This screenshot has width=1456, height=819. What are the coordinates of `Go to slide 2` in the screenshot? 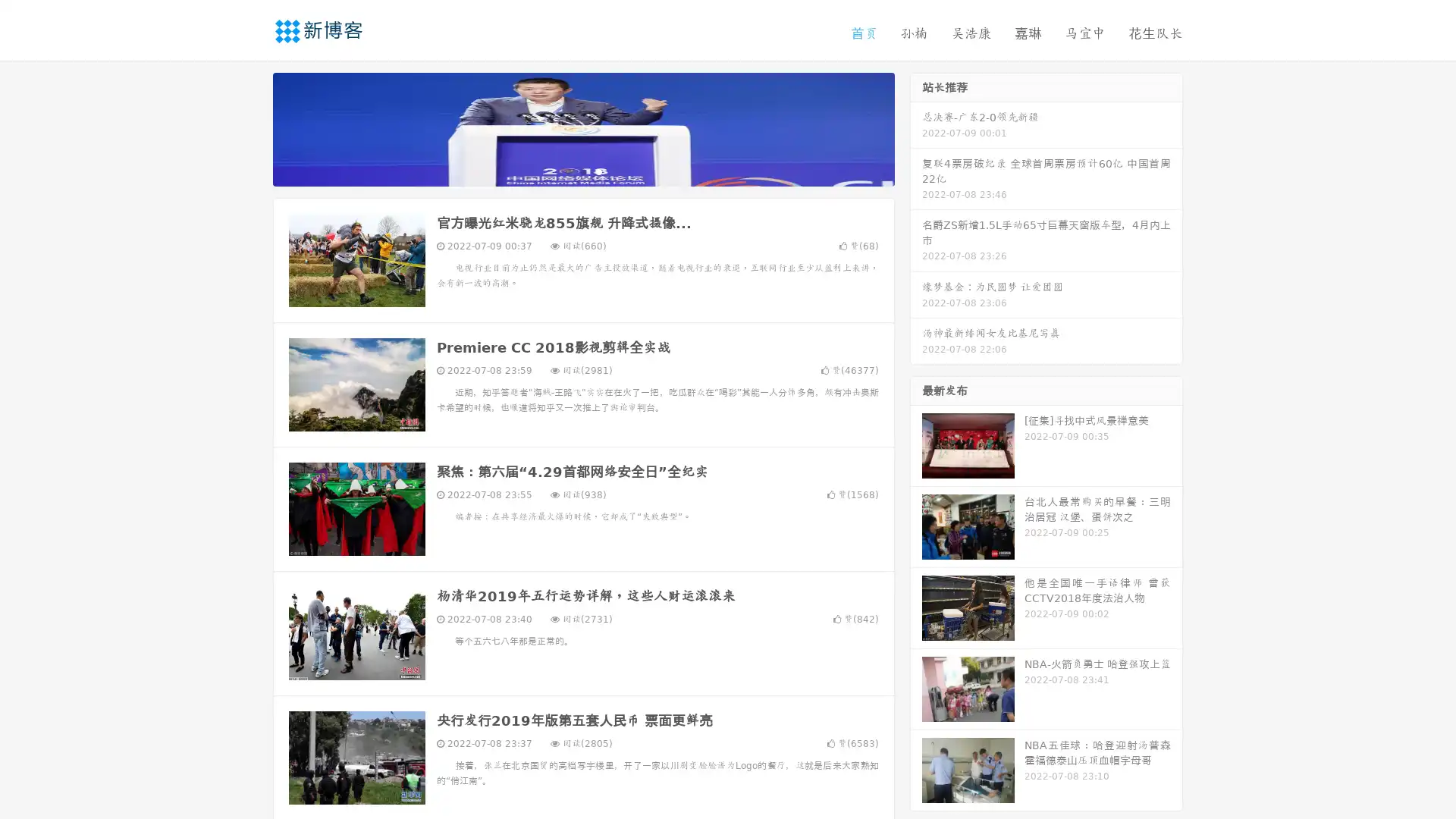 It's located at (582, 171).